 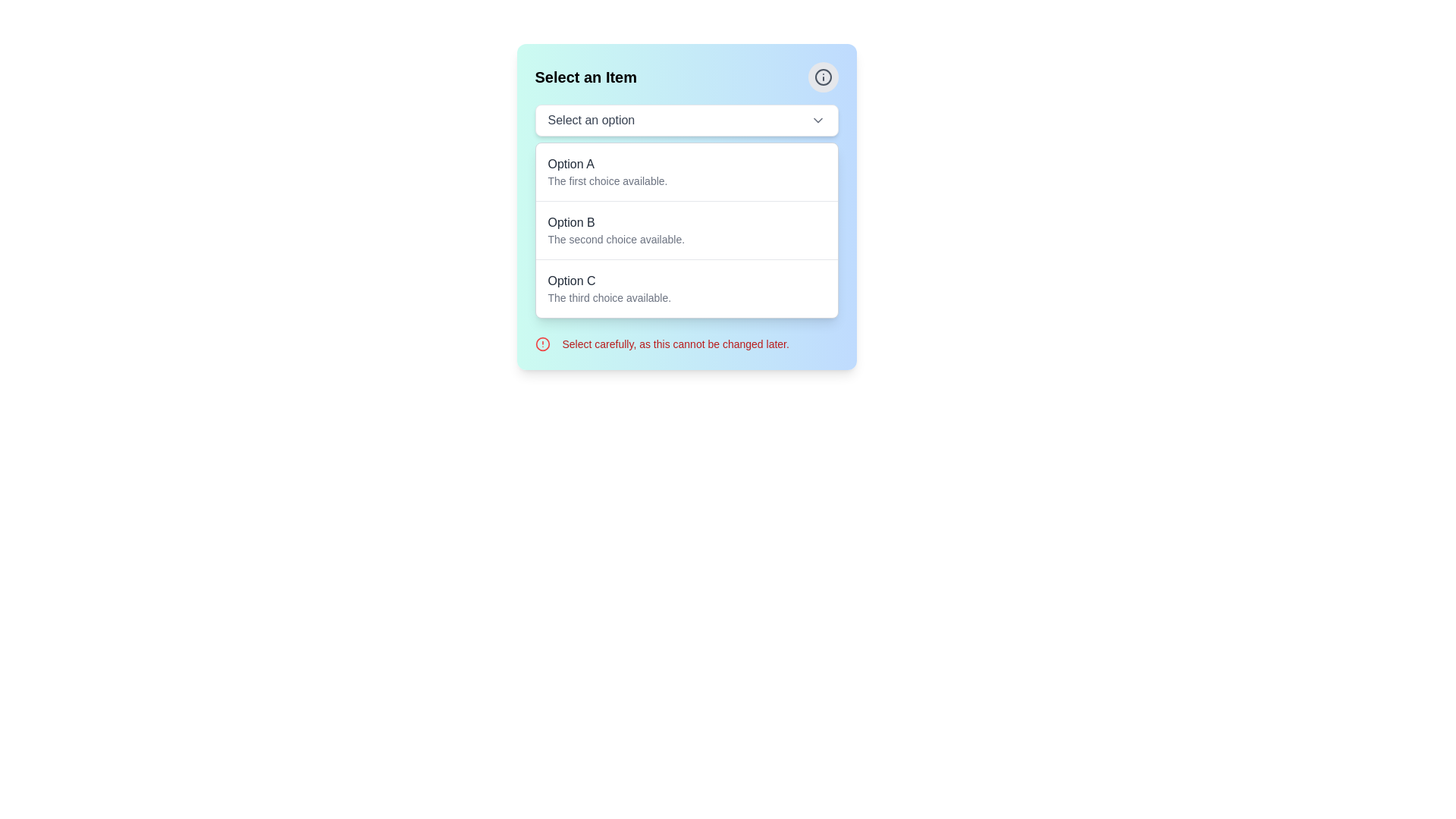 What do you see at coordinates (686, 171) in the screenshot?
I see `the first option item labeled 'Option A'` at bounding box center [686, 171].